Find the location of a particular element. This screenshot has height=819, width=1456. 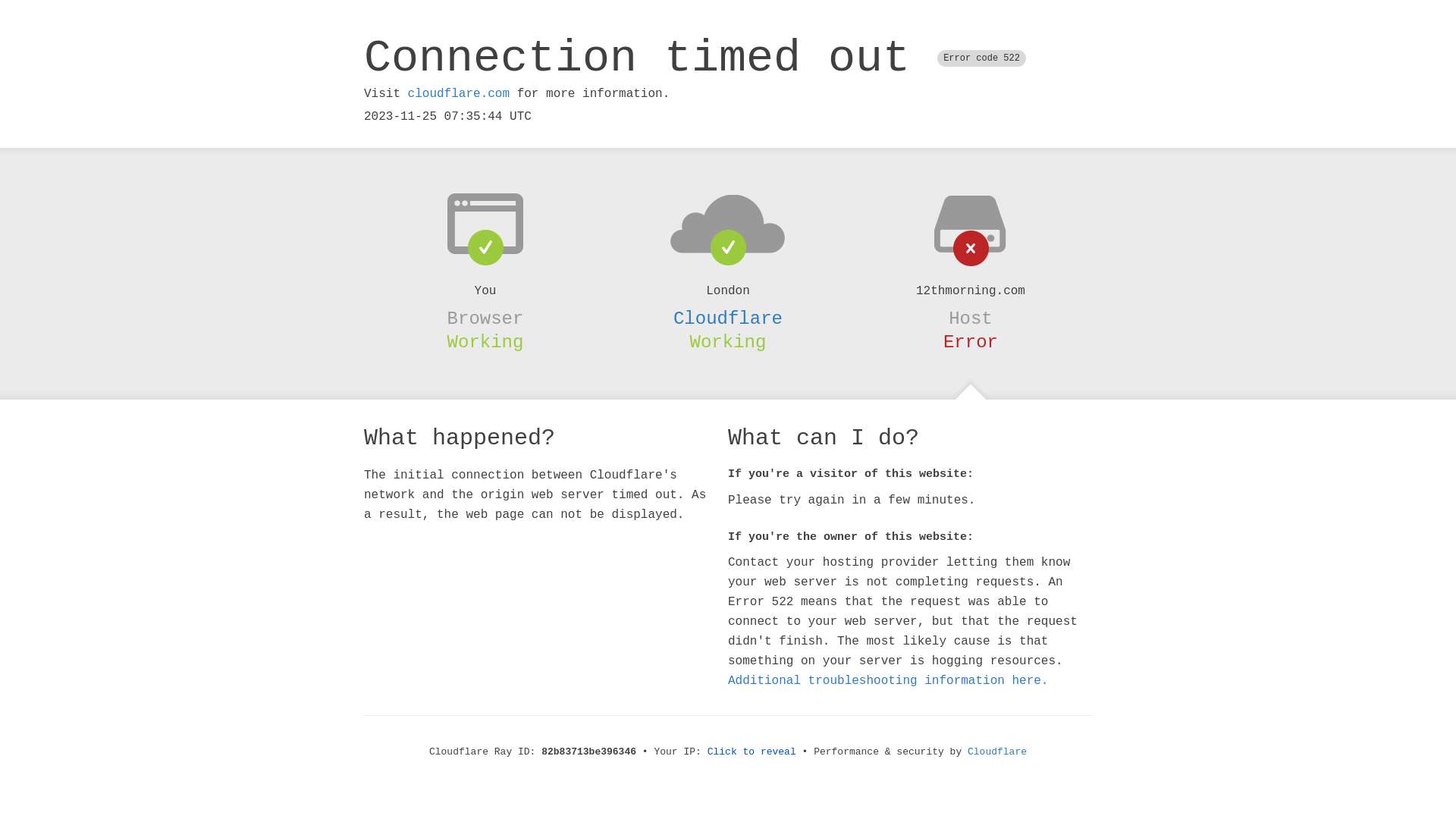

'Cloudflare' is located at coordinates (997, 752).